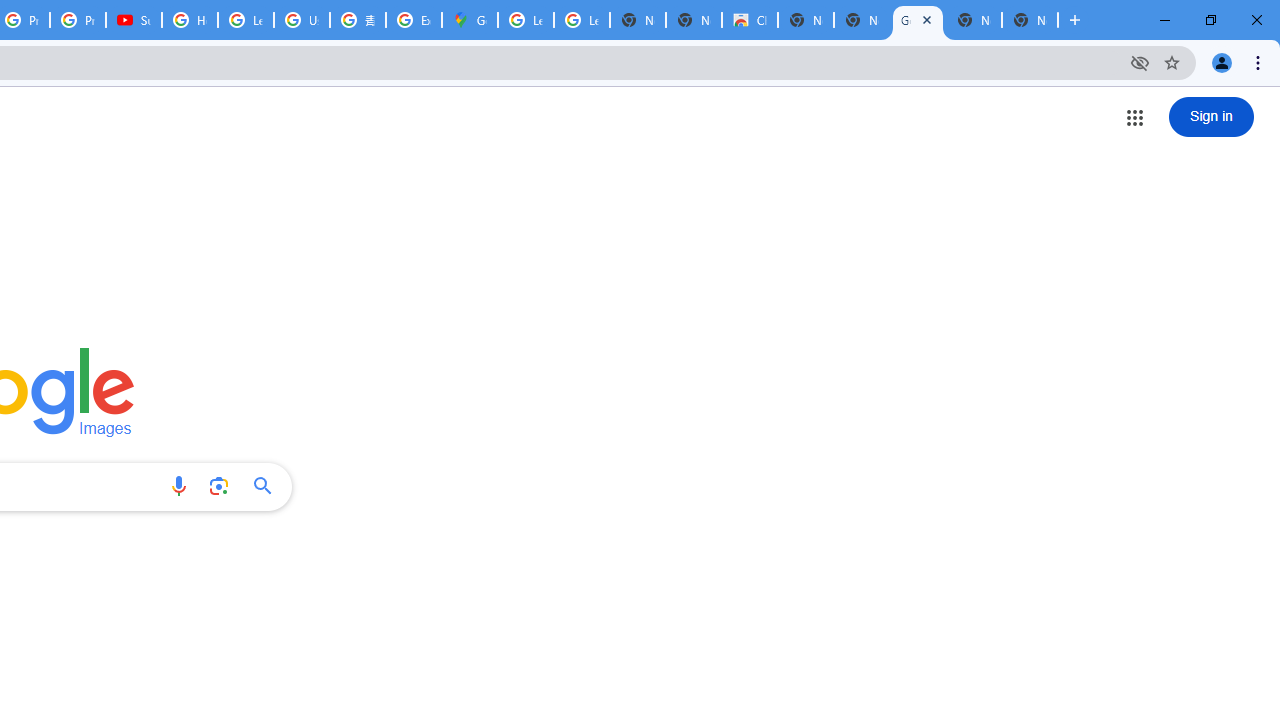  Describe the element at coordinates (133, 20) in the screenshot. I see `'Subscriptions - YouTube'` at that location.